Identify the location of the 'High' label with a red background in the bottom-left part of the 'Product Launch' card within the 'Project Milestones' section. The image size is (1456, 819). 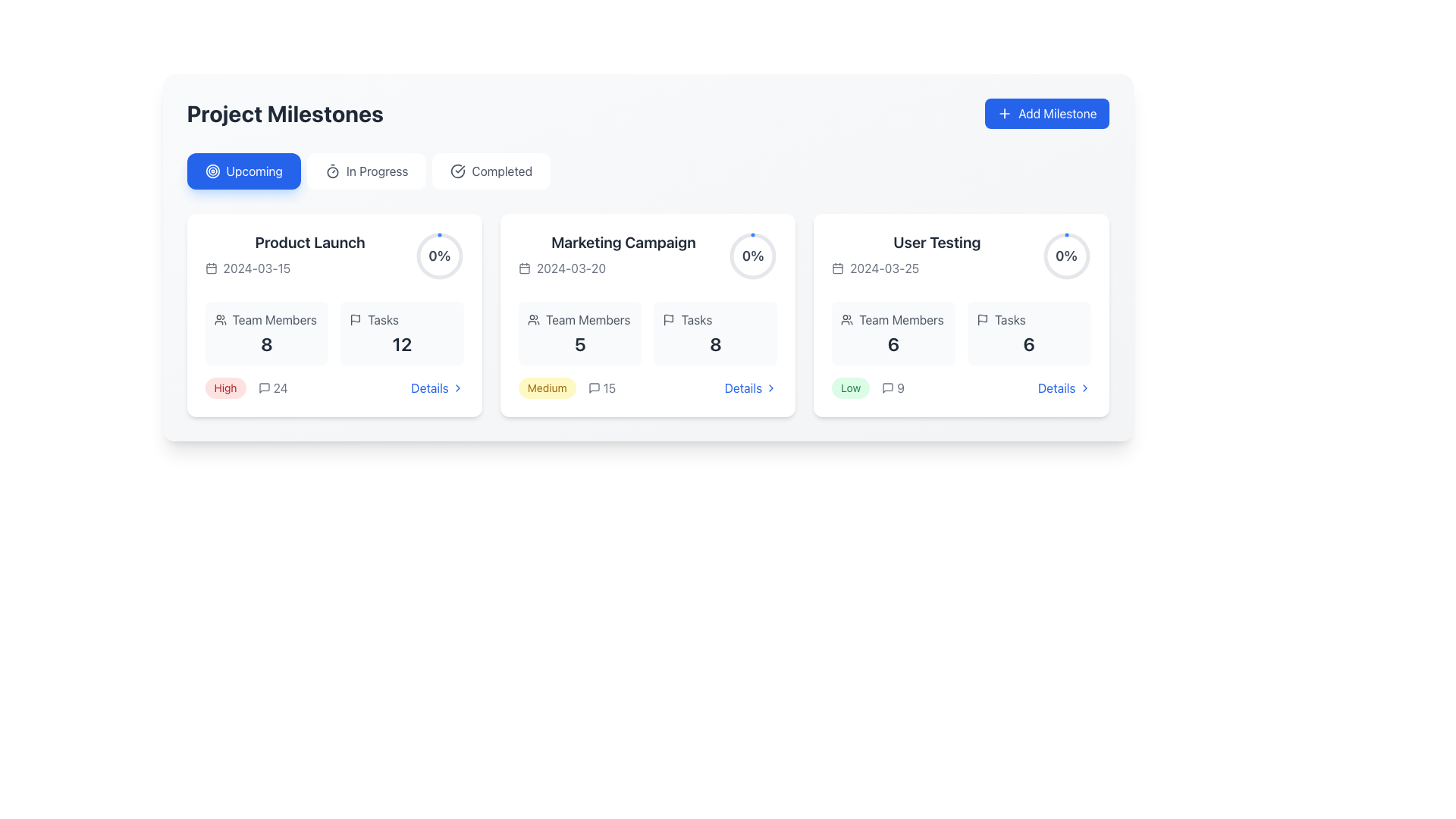
(246, 388).